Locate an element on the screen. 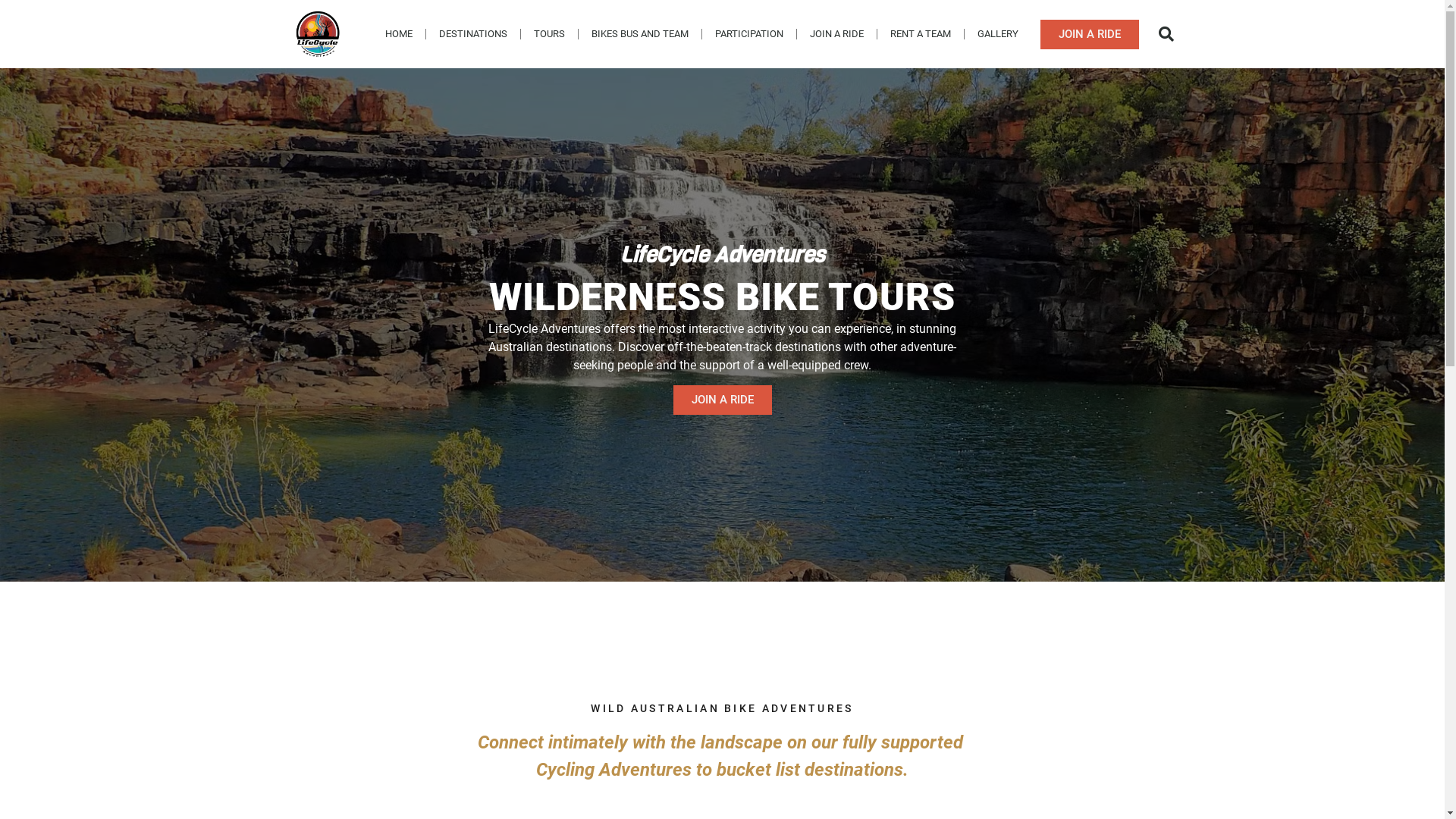 The image size is (1456, 819). 'HOME' is located at coordinates (399, 34).